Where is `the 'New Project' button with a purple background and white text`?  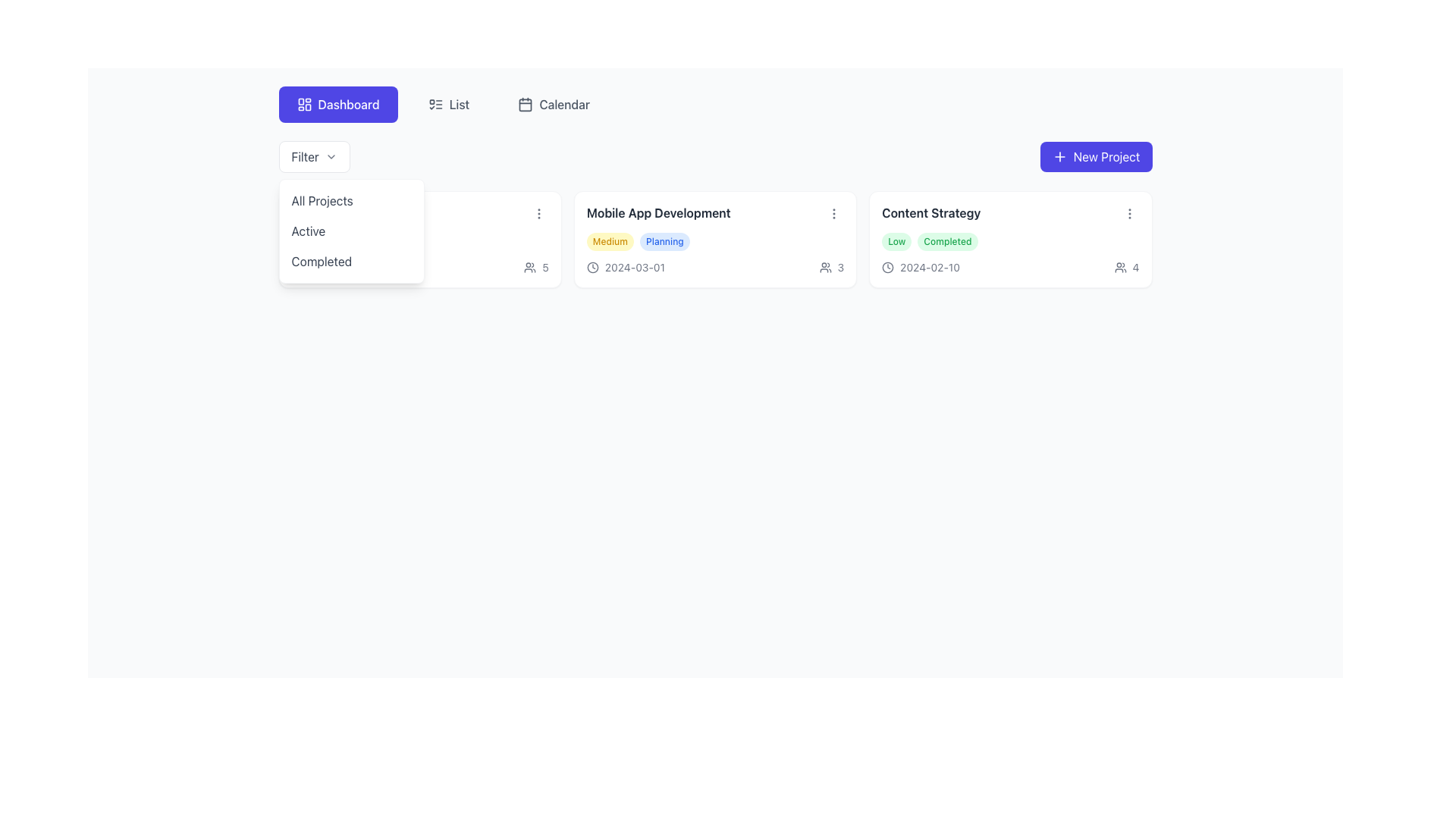 the 'New Project' button with a purple background and white text is located at coordinates (1096, 157).